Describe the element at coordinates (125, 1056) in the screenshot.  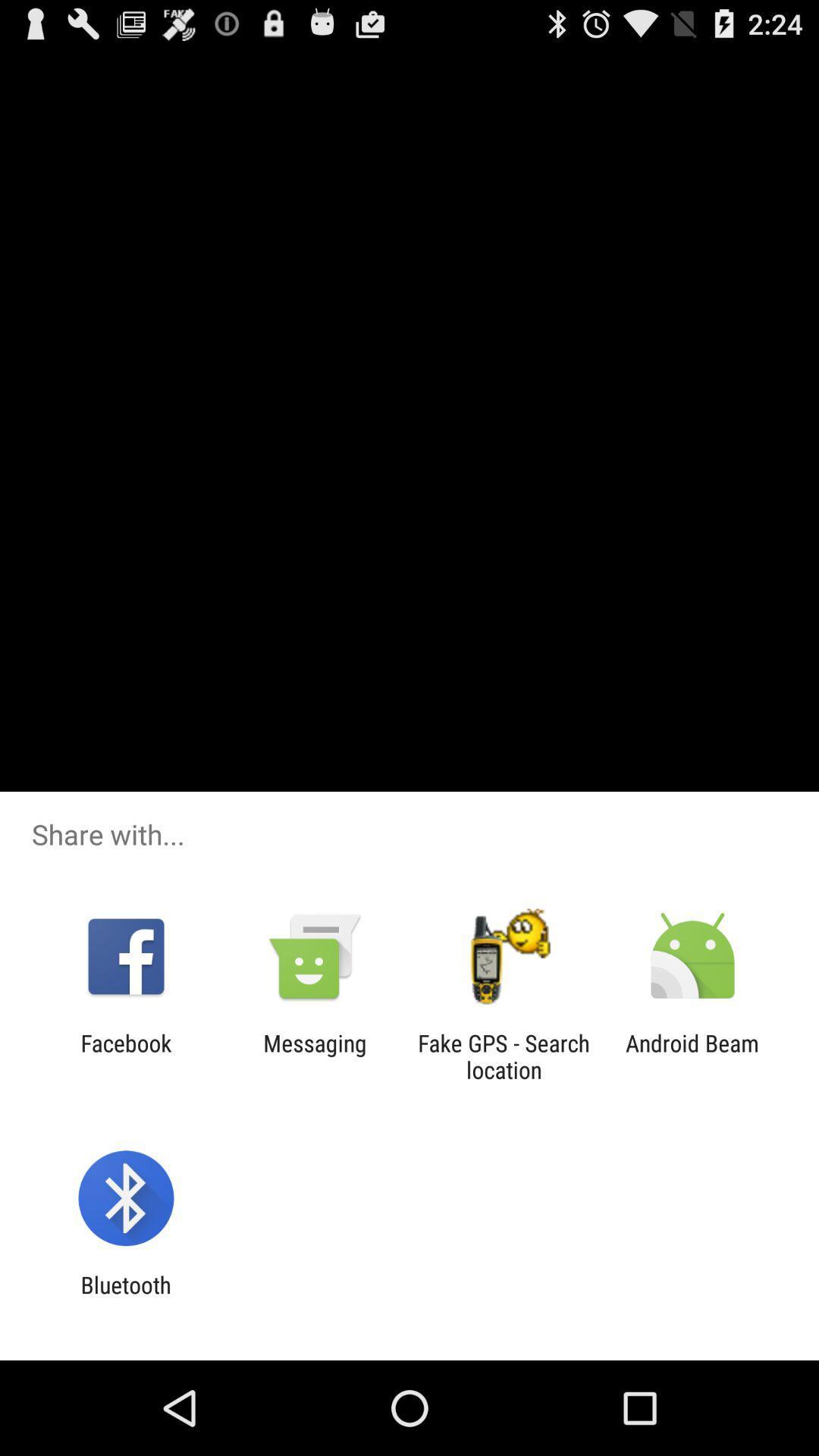
I see `icon next to messaging icon` at that location.